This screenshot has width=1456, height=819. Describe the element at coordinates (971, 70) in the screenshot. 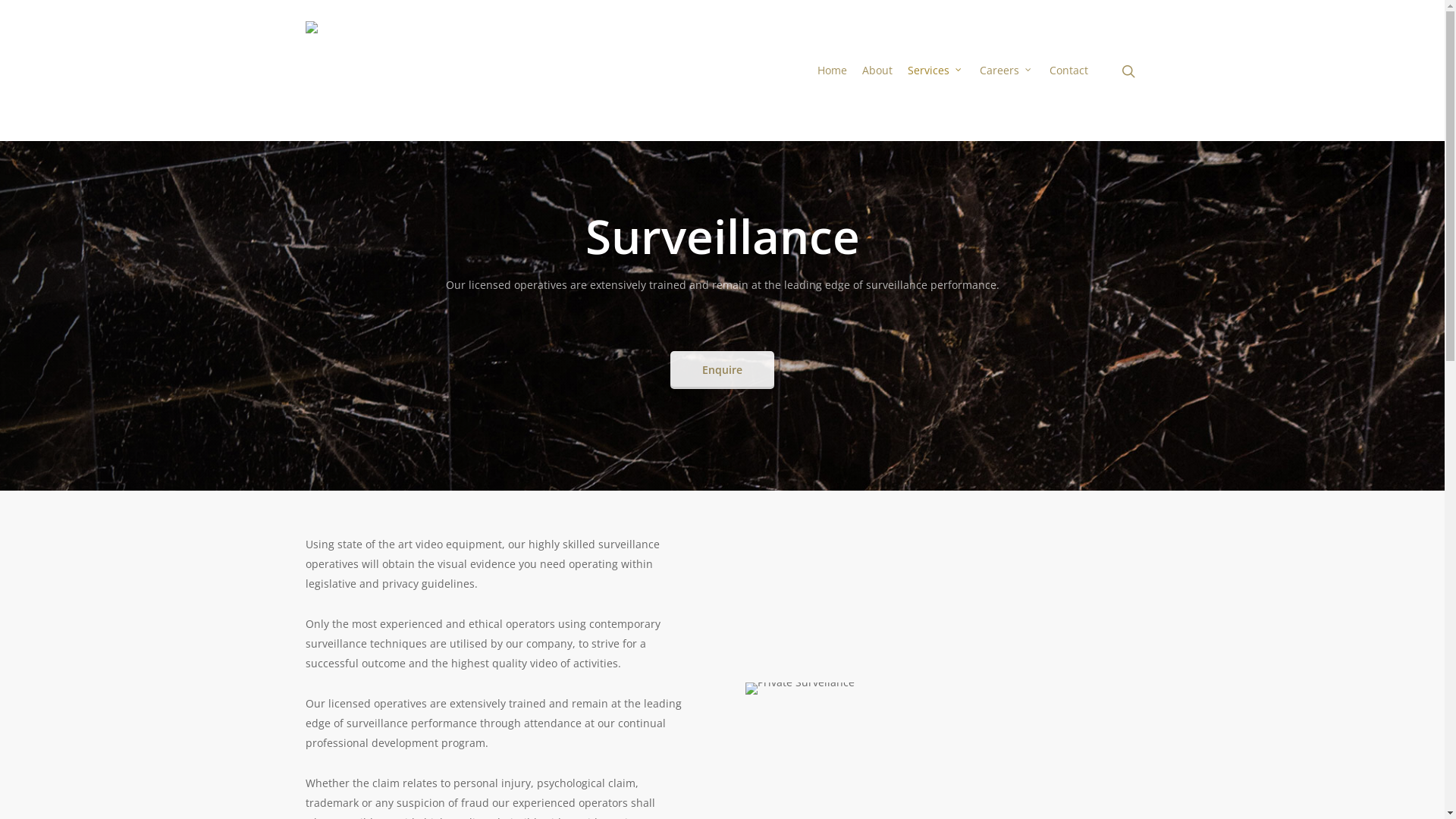

I see `'Careers'` at that location.